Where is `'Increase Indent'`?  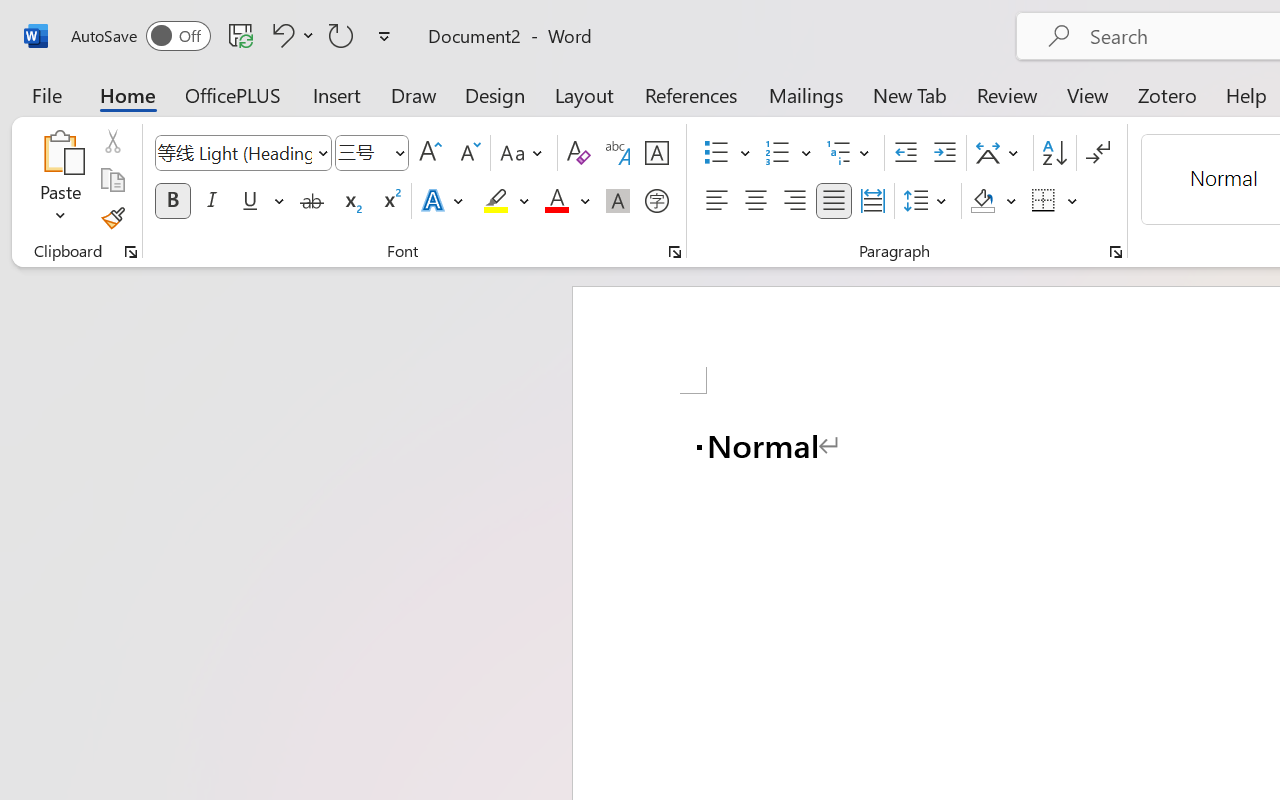 'Increase Indent' is located at coordinates (943, 153).